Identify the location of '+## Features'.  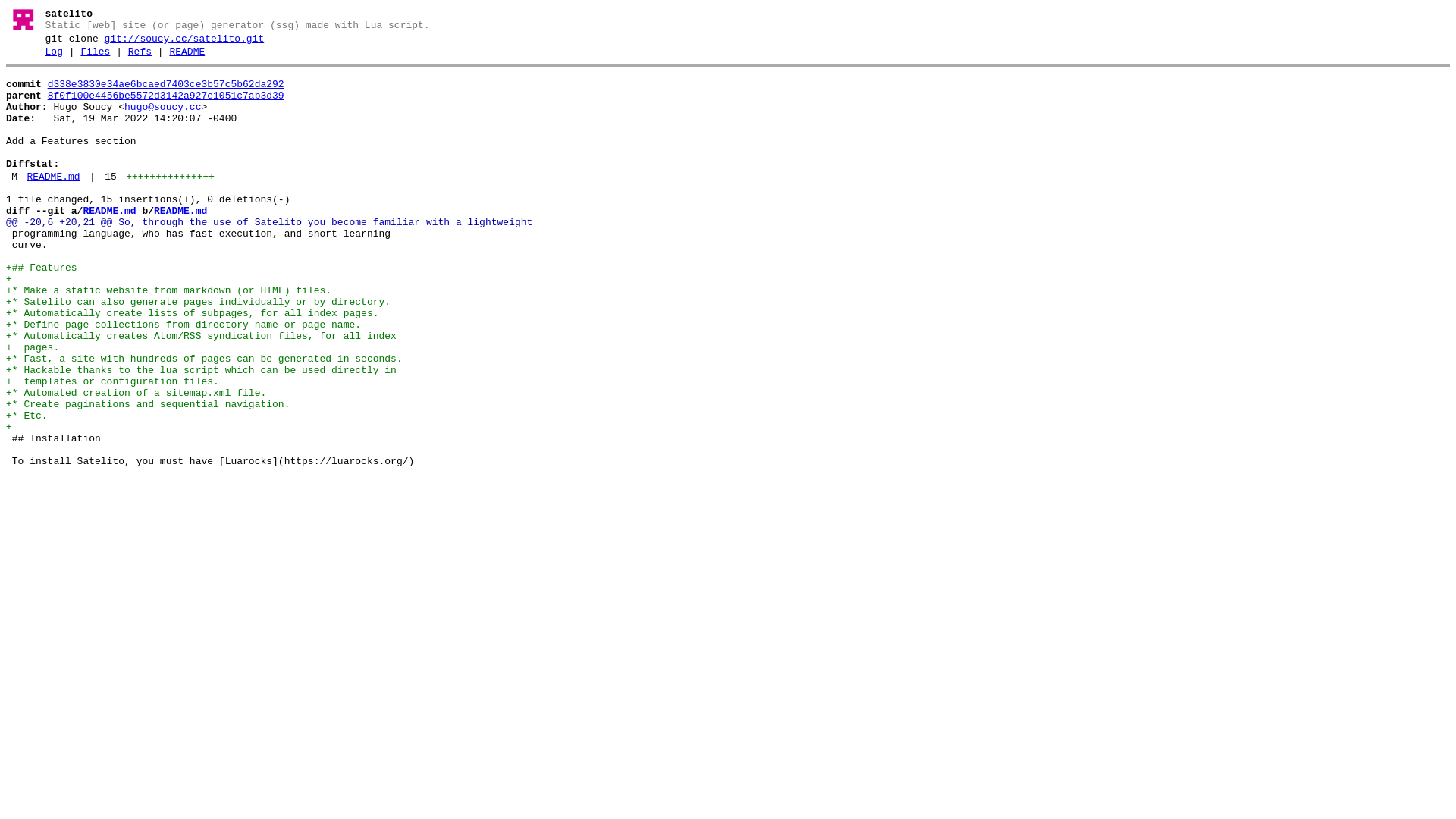
(41, 267).